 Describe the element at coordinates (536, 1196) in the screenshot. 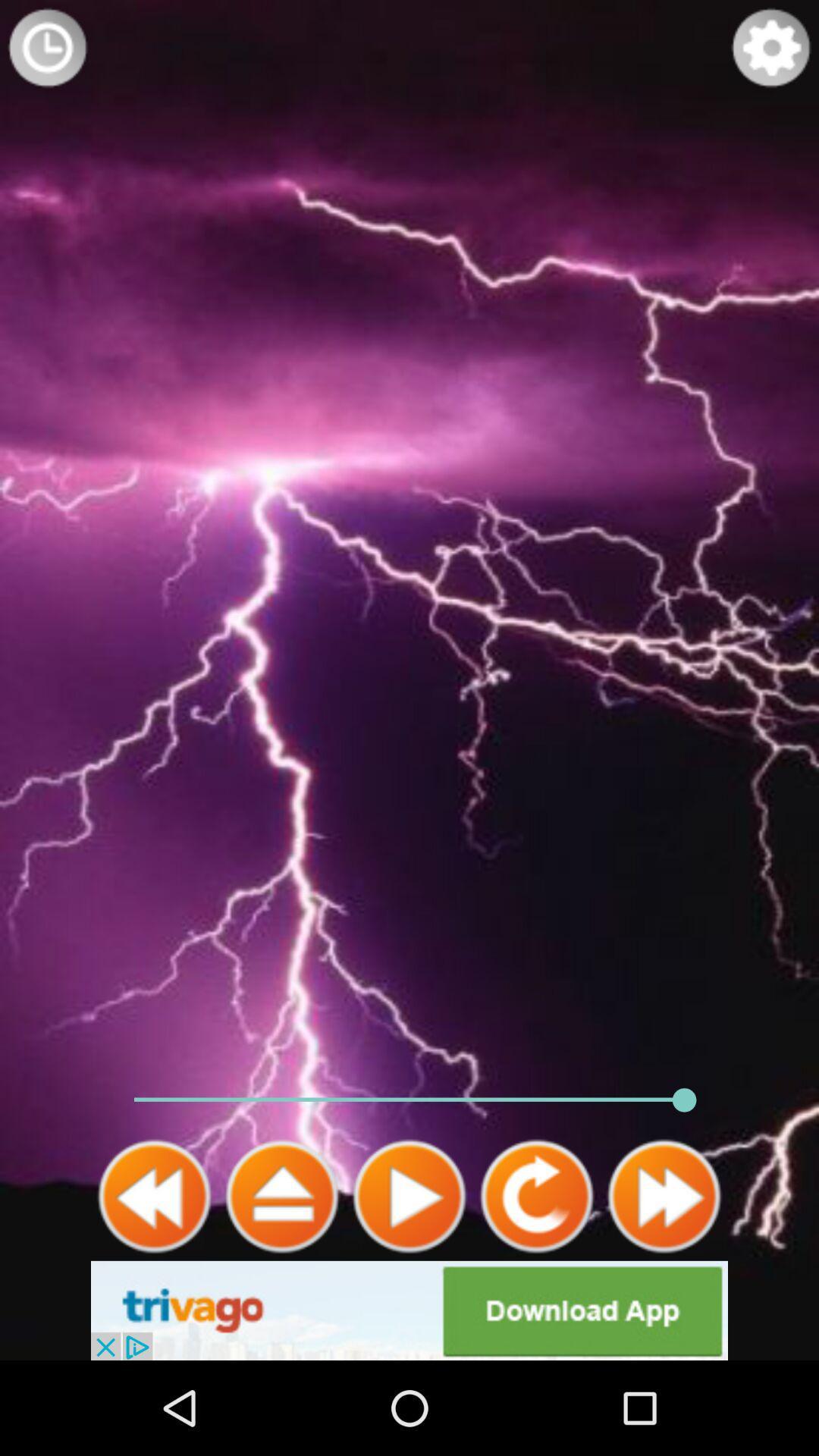

I see `repeat option` at that location.